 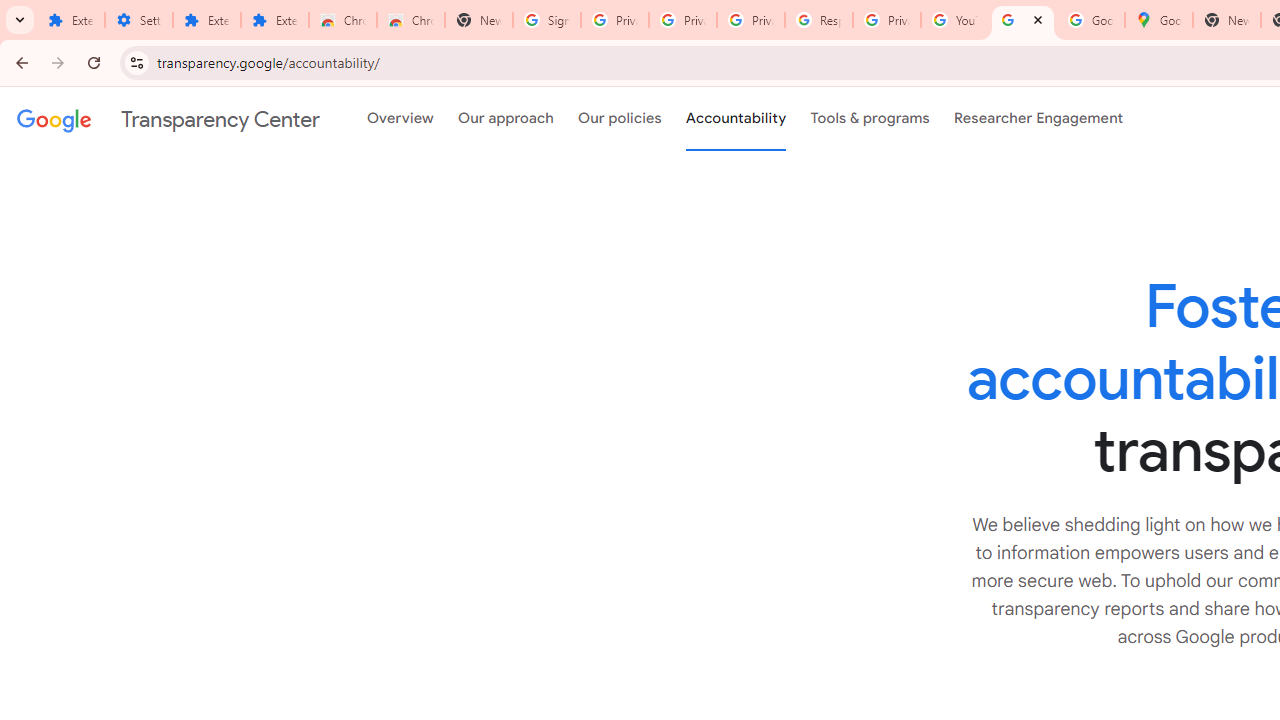 I want to click on 'Extensions', so click(x=206, y=20).